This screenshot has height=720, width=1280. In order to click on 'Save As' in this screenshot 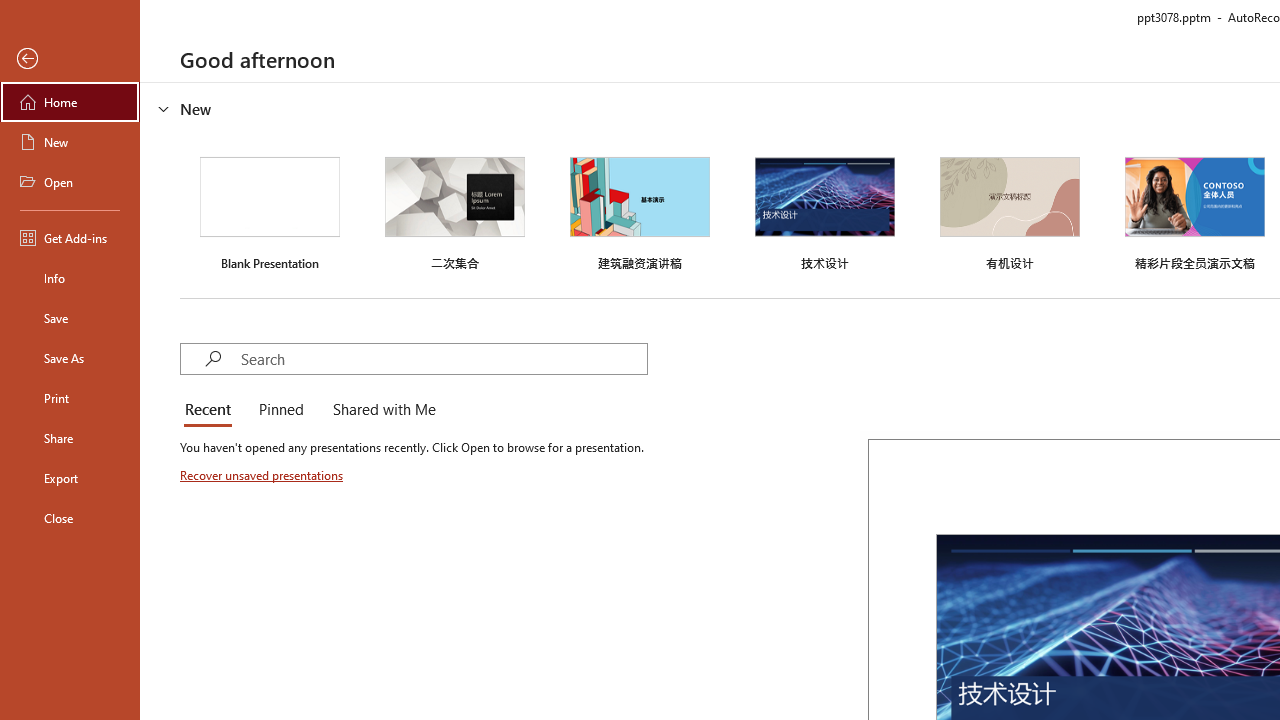, I will do `click(69, 356)`.